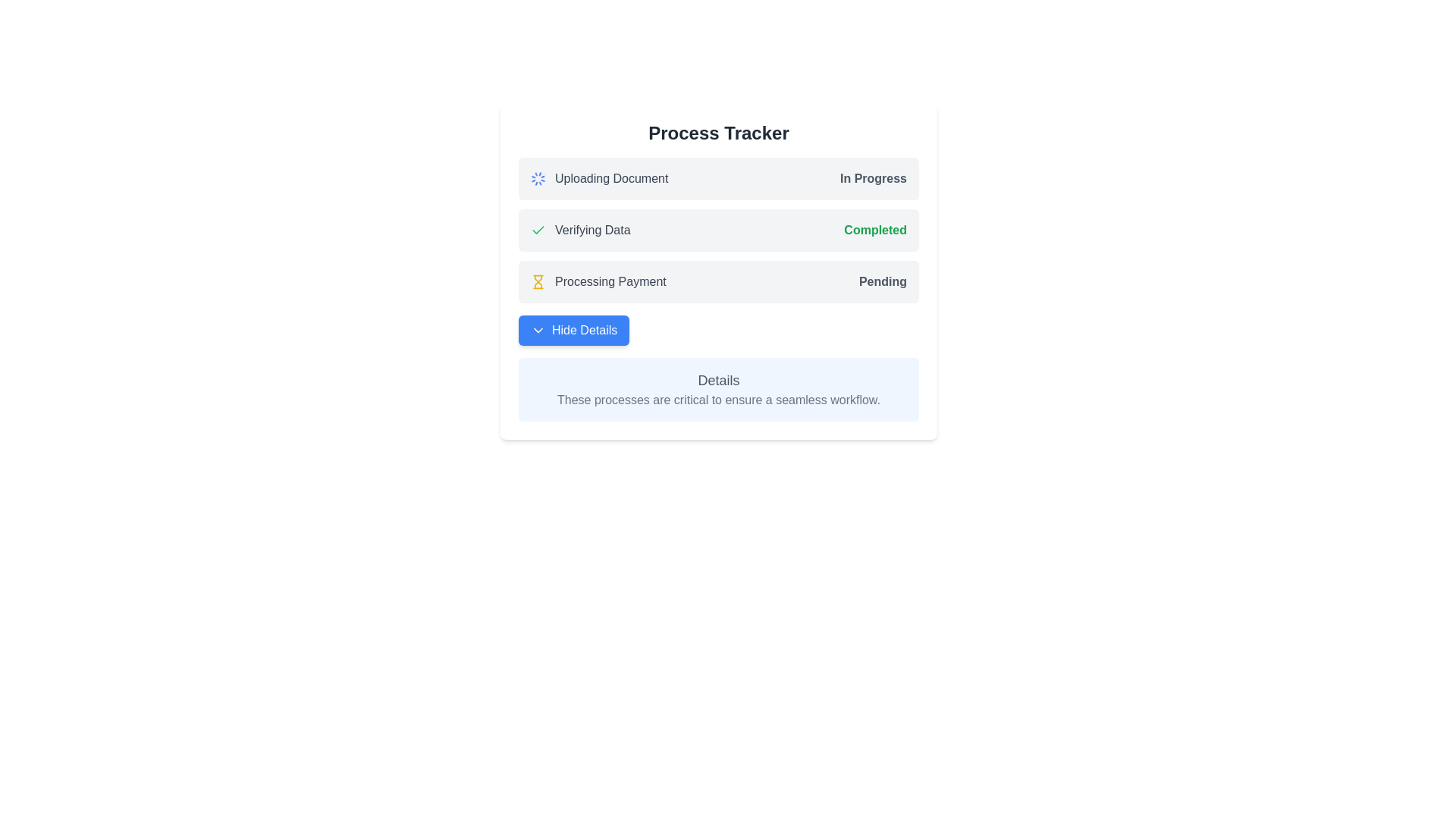  I want to click on the static text element that provides a description regarding the importance of processes in maintaining a seamless workflow, located below the 'Details' text element in a light blue box with rounded corners, so click(718, 400).